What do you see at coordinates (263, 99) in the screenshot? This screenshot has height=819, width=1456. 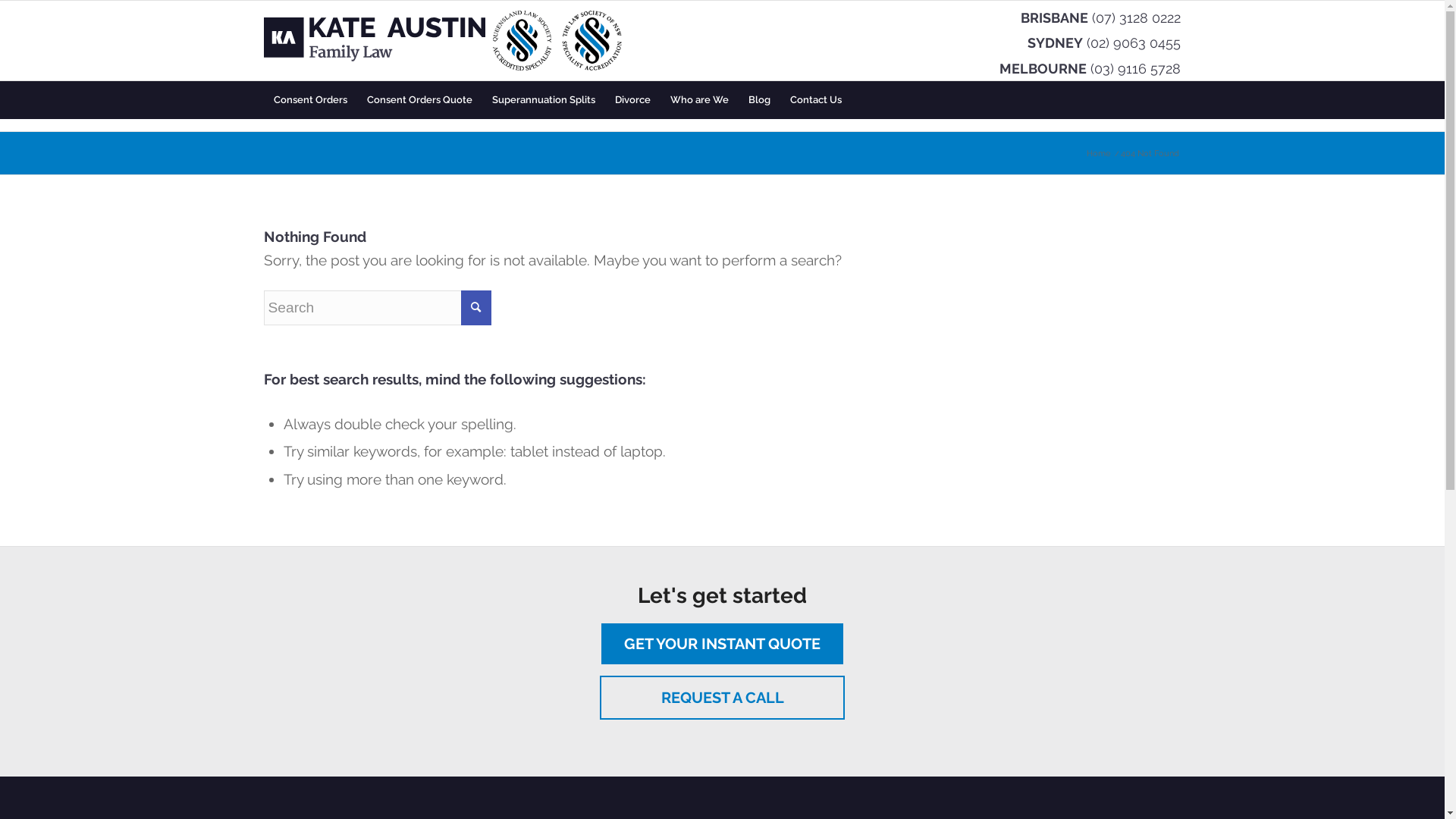 I see `'Consent Orders'` at bounding box center [263, 99].